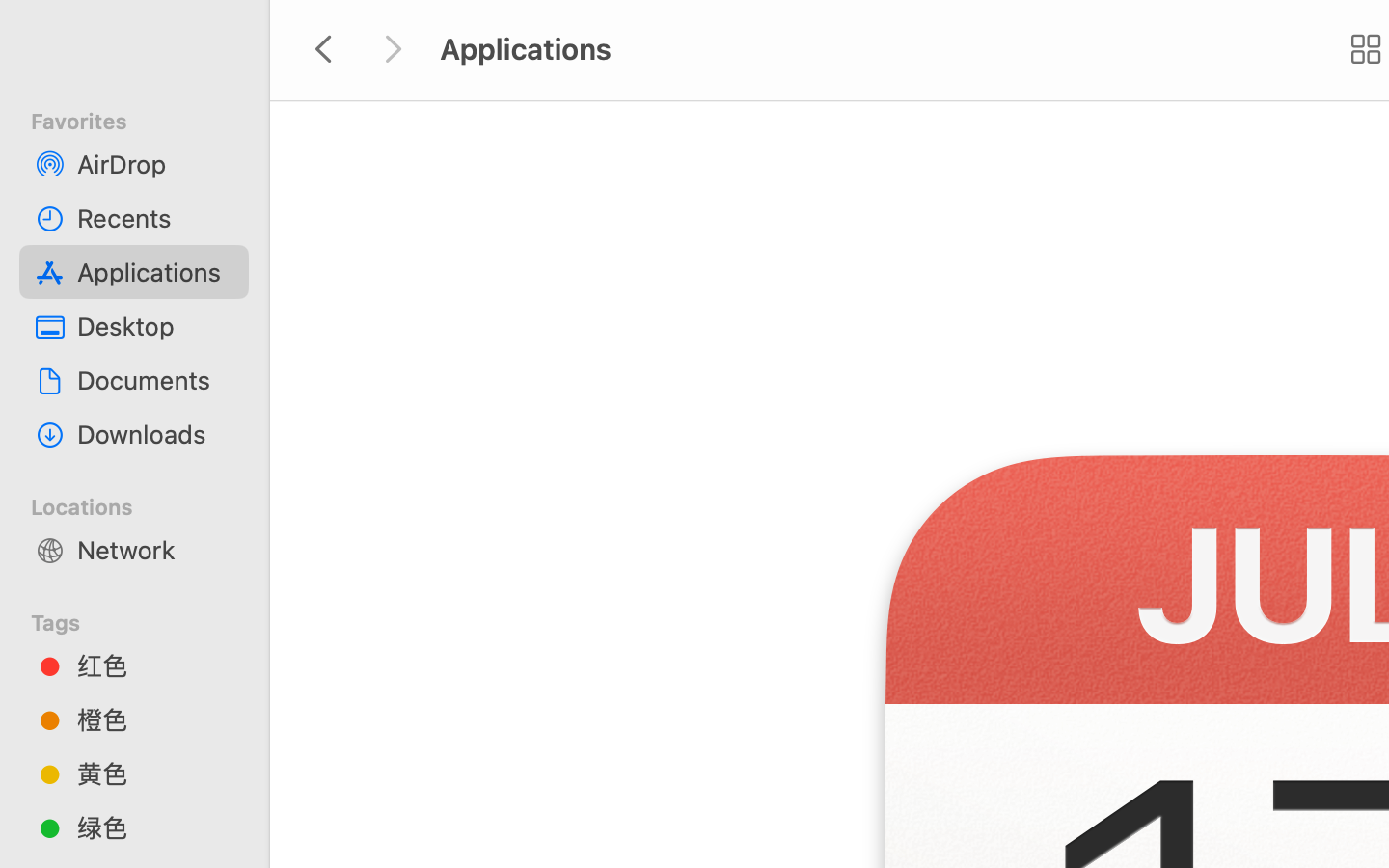  What do you see at coordinates (145, 502) in the screenshot?
I see `'Locations'` at bounding box center [145, 502].